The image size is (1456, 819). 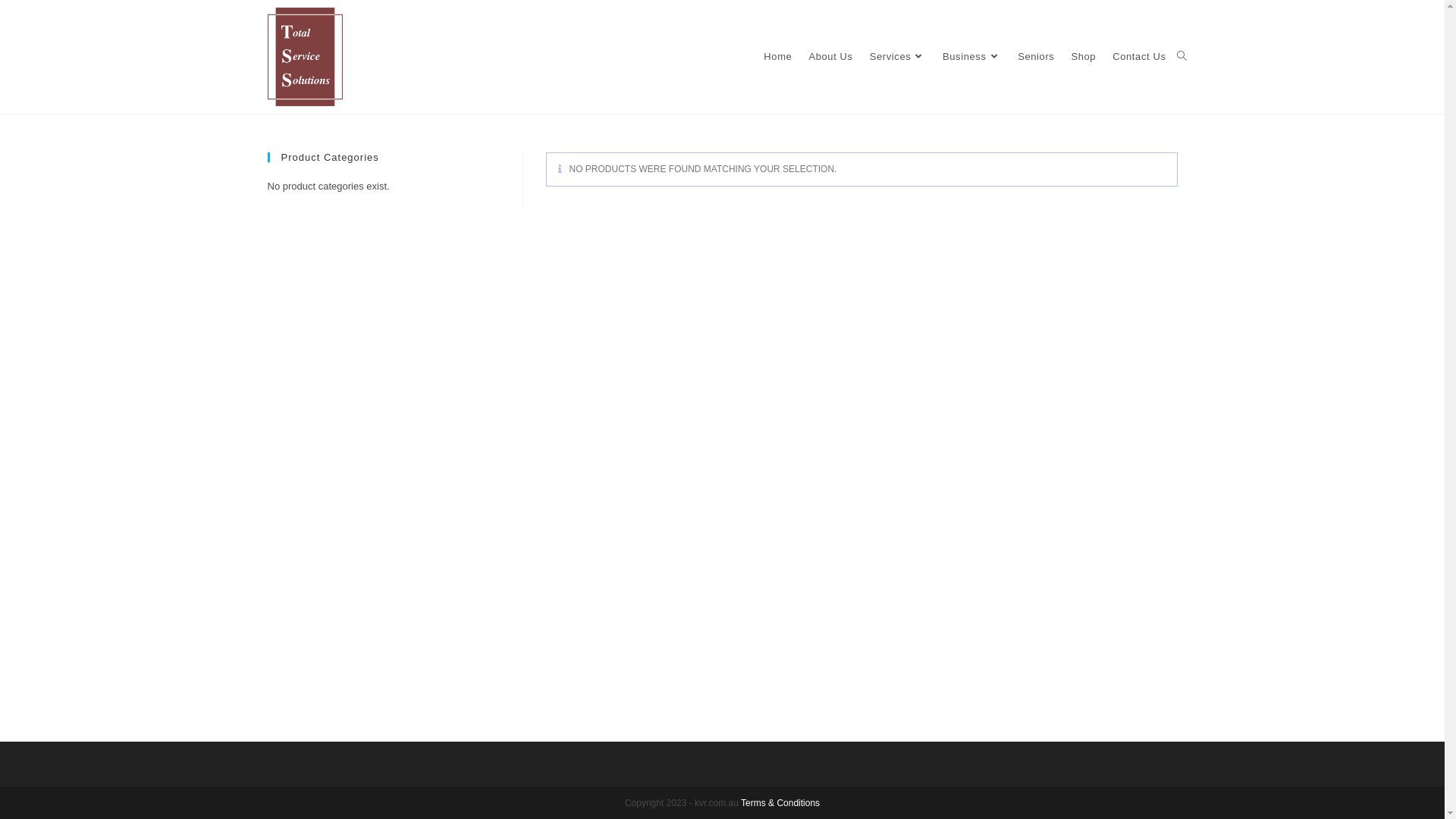 What do you see at coordinates (780, 802) in the screenshot?
I see `'Terms & Conditions'` at bounding box center [780, 802].